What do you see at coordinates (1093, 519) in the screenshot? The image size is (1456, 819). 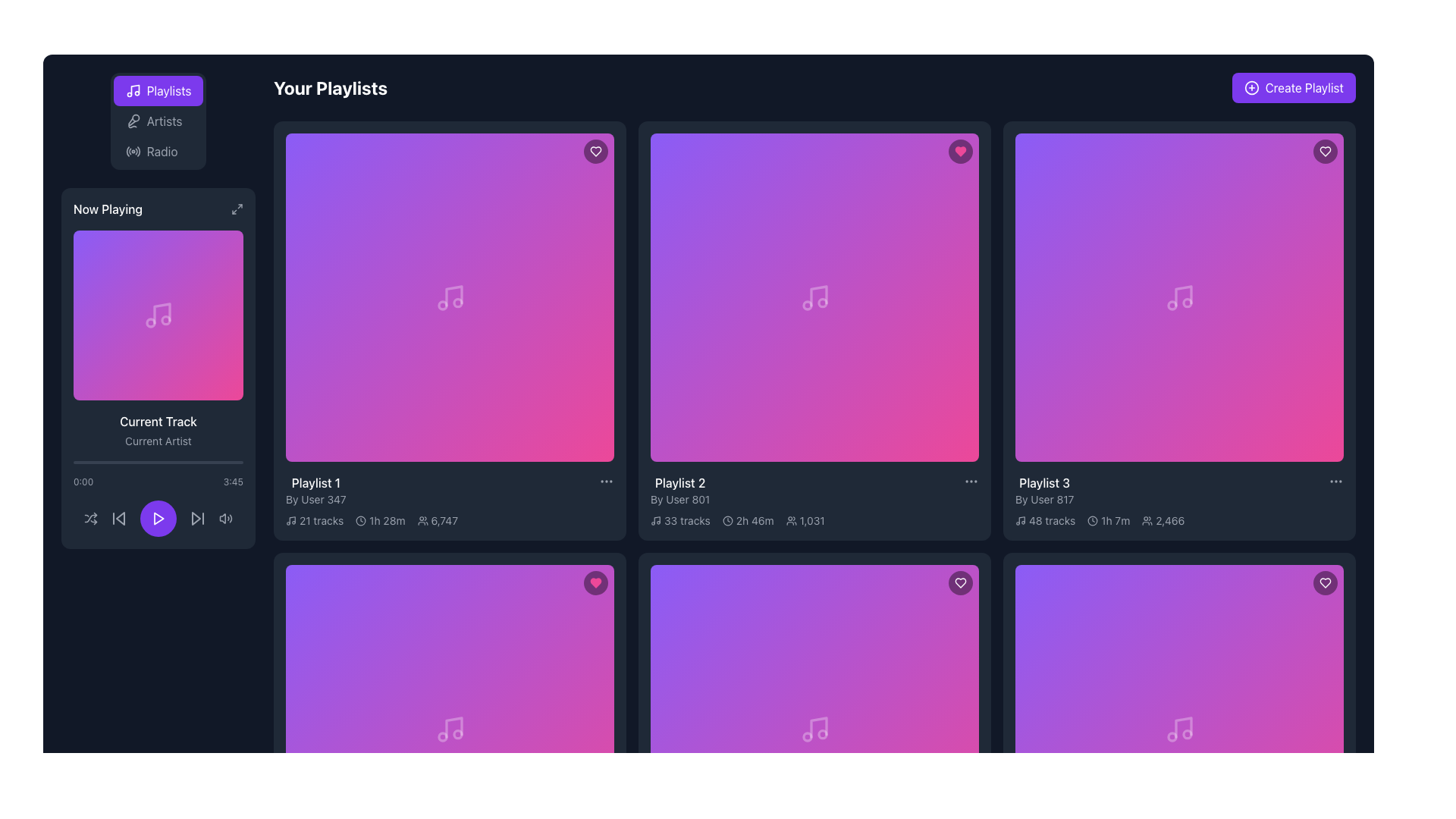 I see `the clock icon located to the left of the '1h 7m' text in the metadata group of the 'Playlist 3' card` at bounding box center [1093, 519].